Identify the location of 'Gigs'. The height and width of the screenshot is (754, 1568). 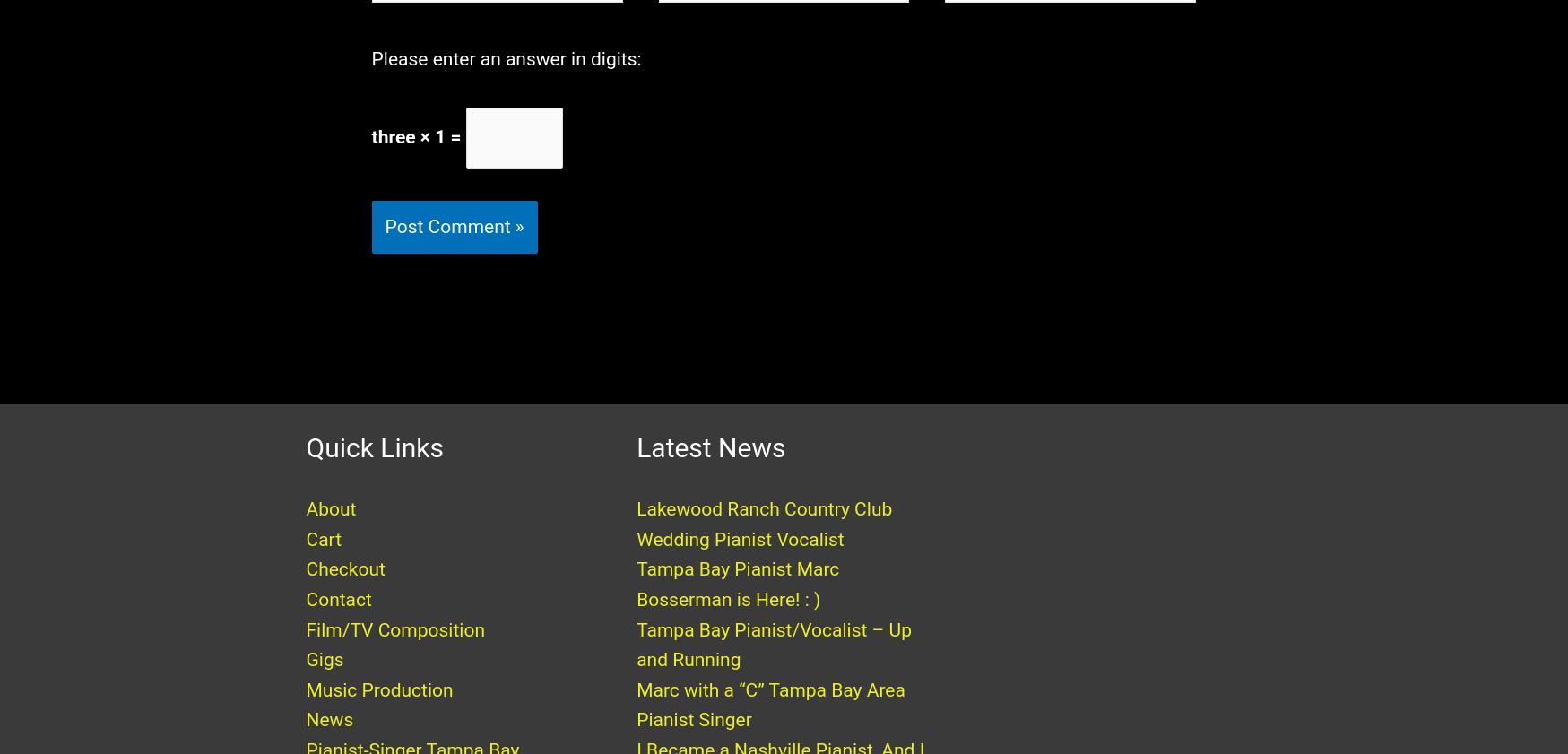
(325, 677).